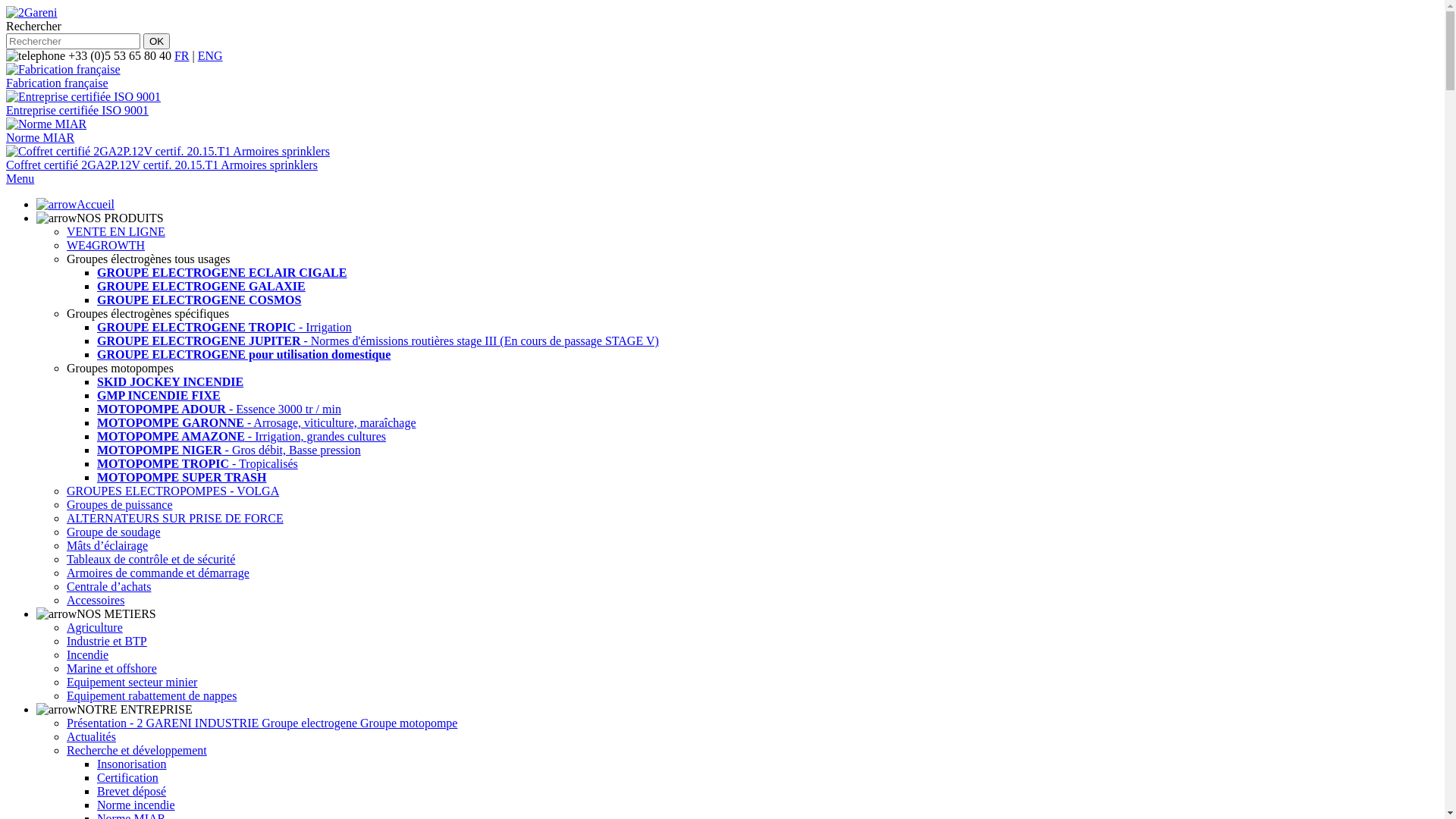 This screenshot has width=1456, height=819. I want to click on 'Groupe de soudage', so click(112, 531).